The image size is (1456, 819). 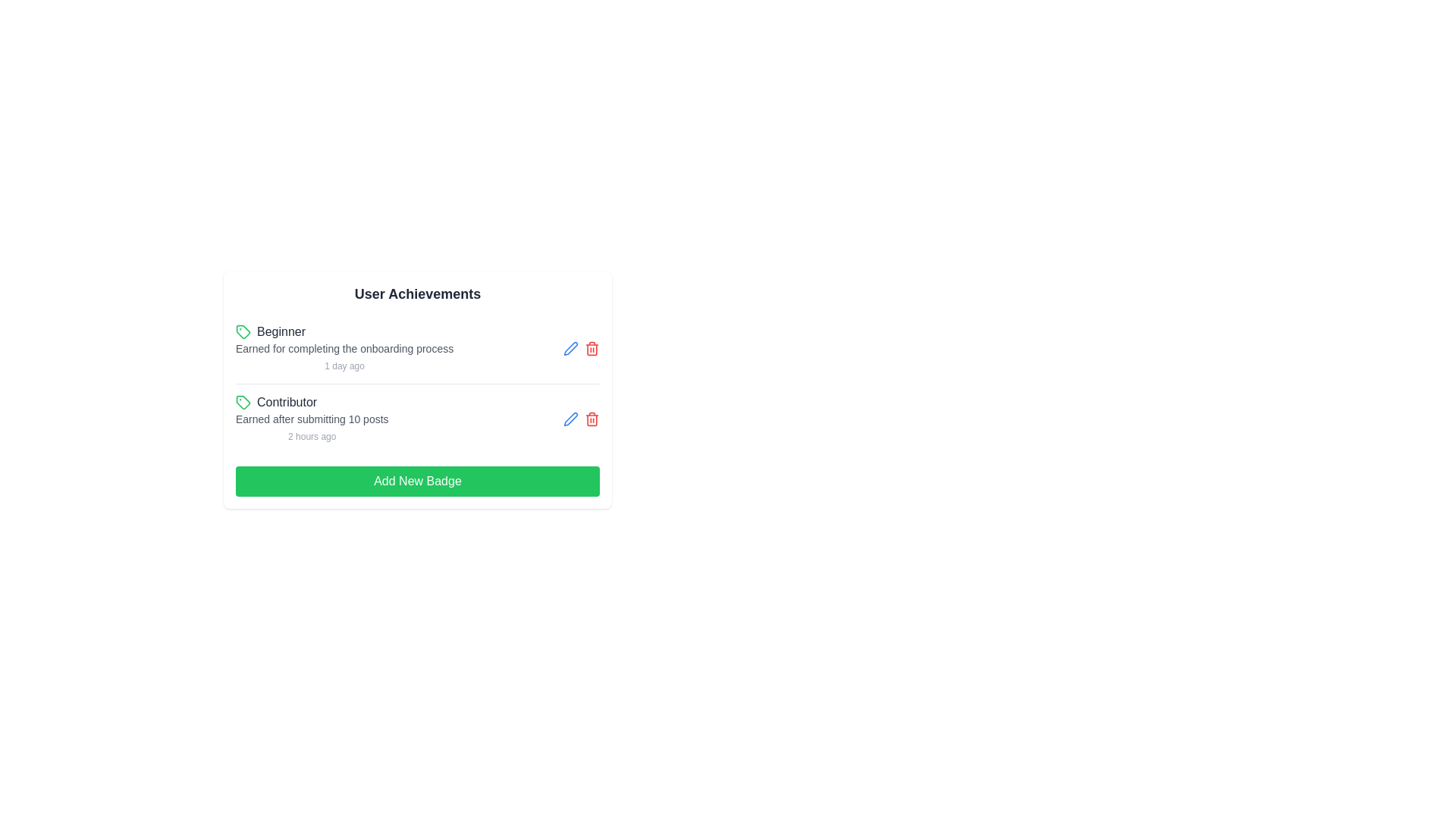 What do you see at coordinates (344, 348) in the screenshot?
I see `the 'Beginner' Achievement Display Entry located in the 'User Achievements' section to interact with it, if interactive behavior is added` at bounding box center [344, 348].